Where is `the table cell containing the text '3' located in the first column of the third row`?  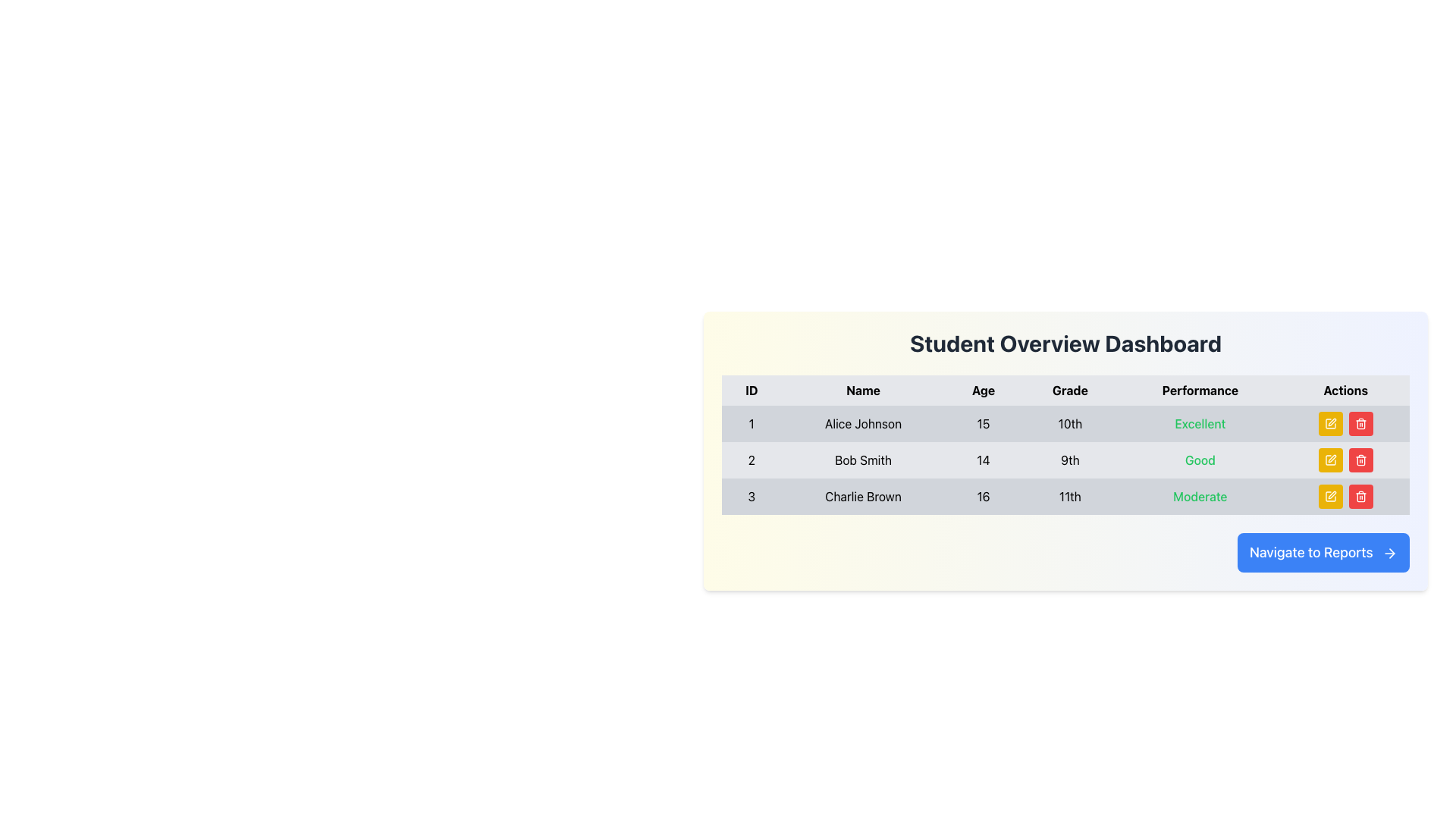 the table cell containing the text '3' located in the first column of the third row is located at coordinates (751, 497).